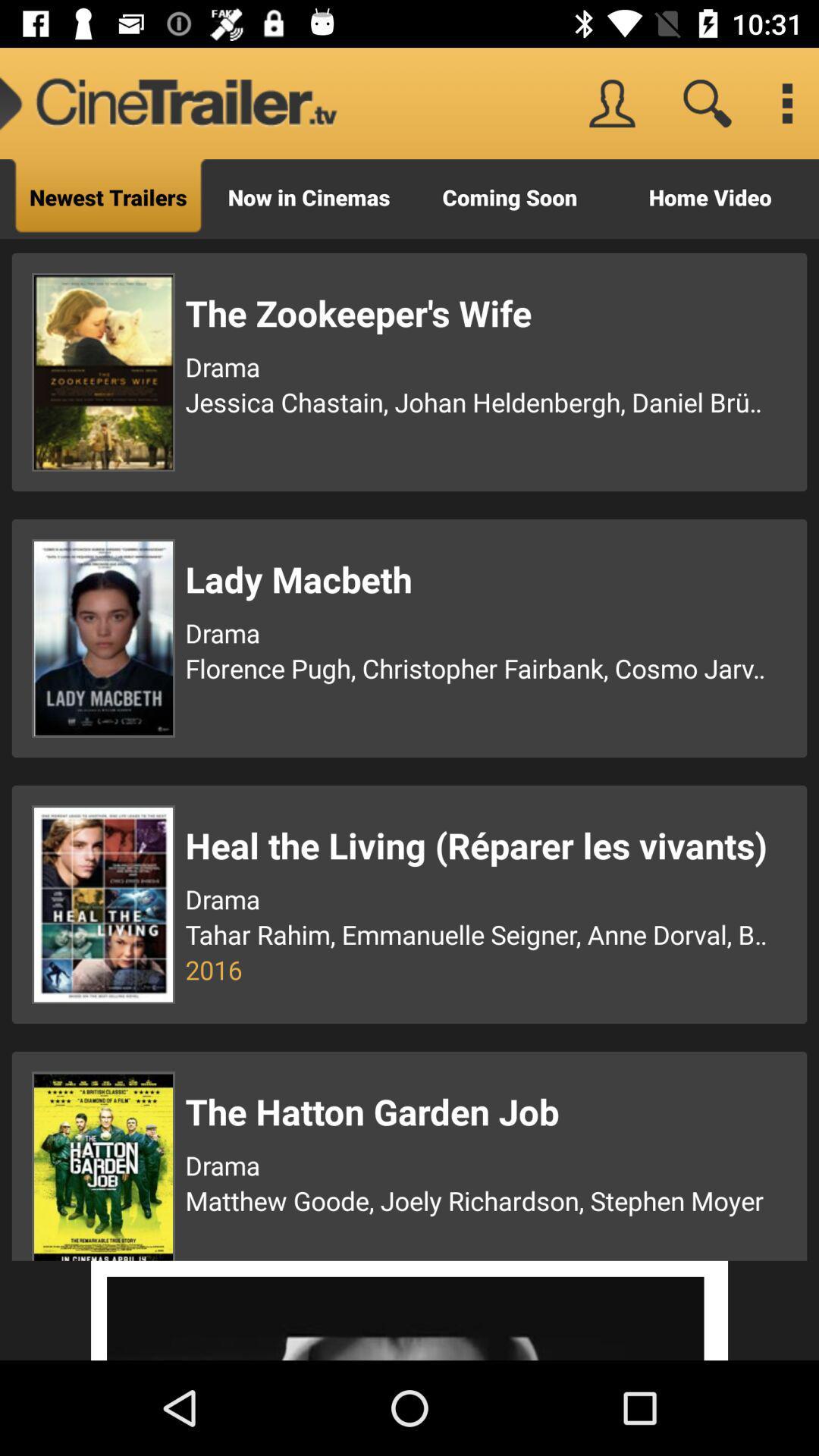 This screenshot has width=819, height=1456. Describe the element at coordinates (786, 102) in the screenshot. I see `more options` at that location.